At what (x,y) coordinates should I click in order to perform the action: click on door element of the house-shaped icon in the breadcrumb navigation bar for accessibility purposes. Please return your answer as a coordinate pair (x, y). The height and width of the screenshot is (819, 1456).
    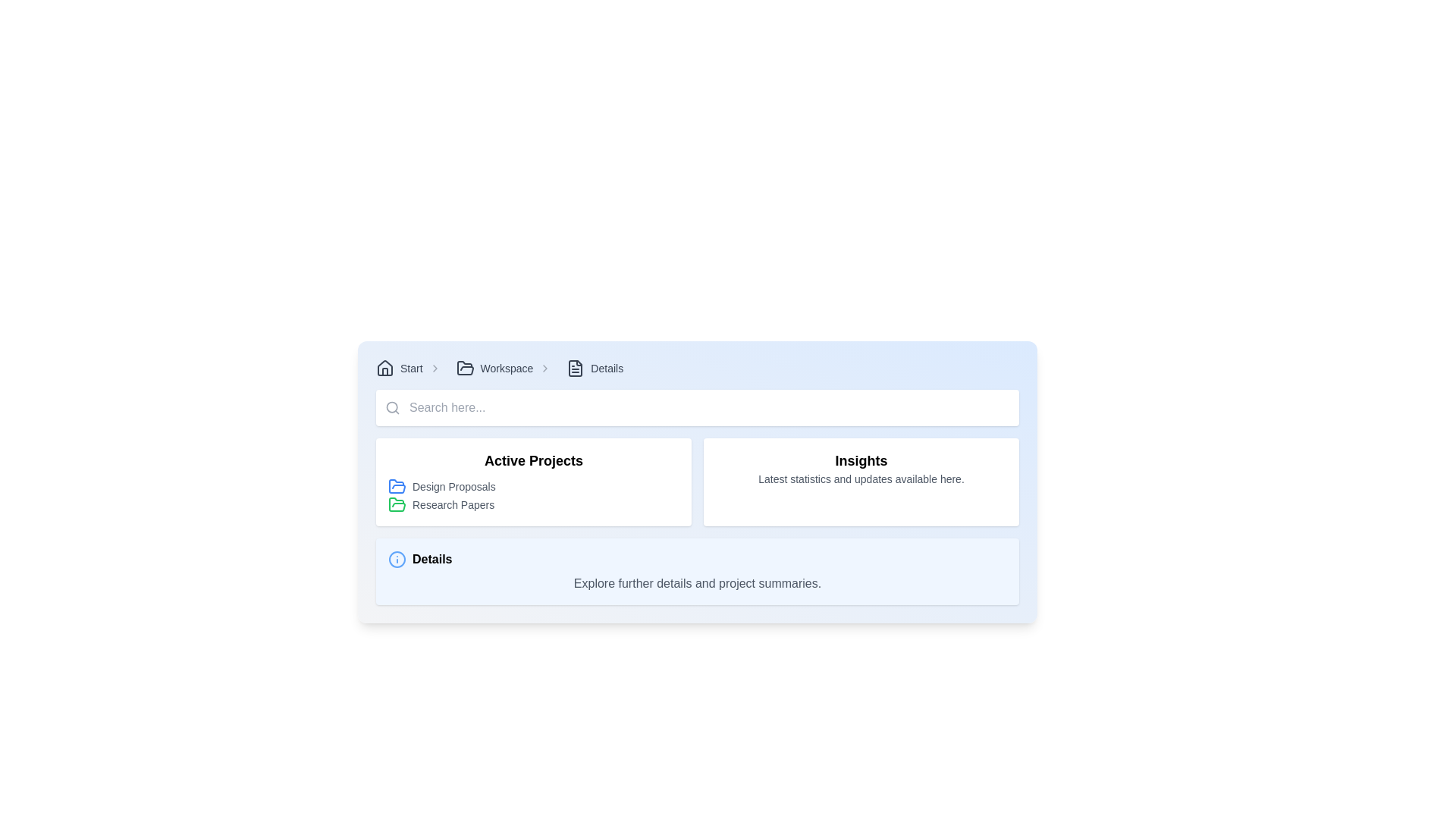
    Looking at the image, I should click on (385, 372).